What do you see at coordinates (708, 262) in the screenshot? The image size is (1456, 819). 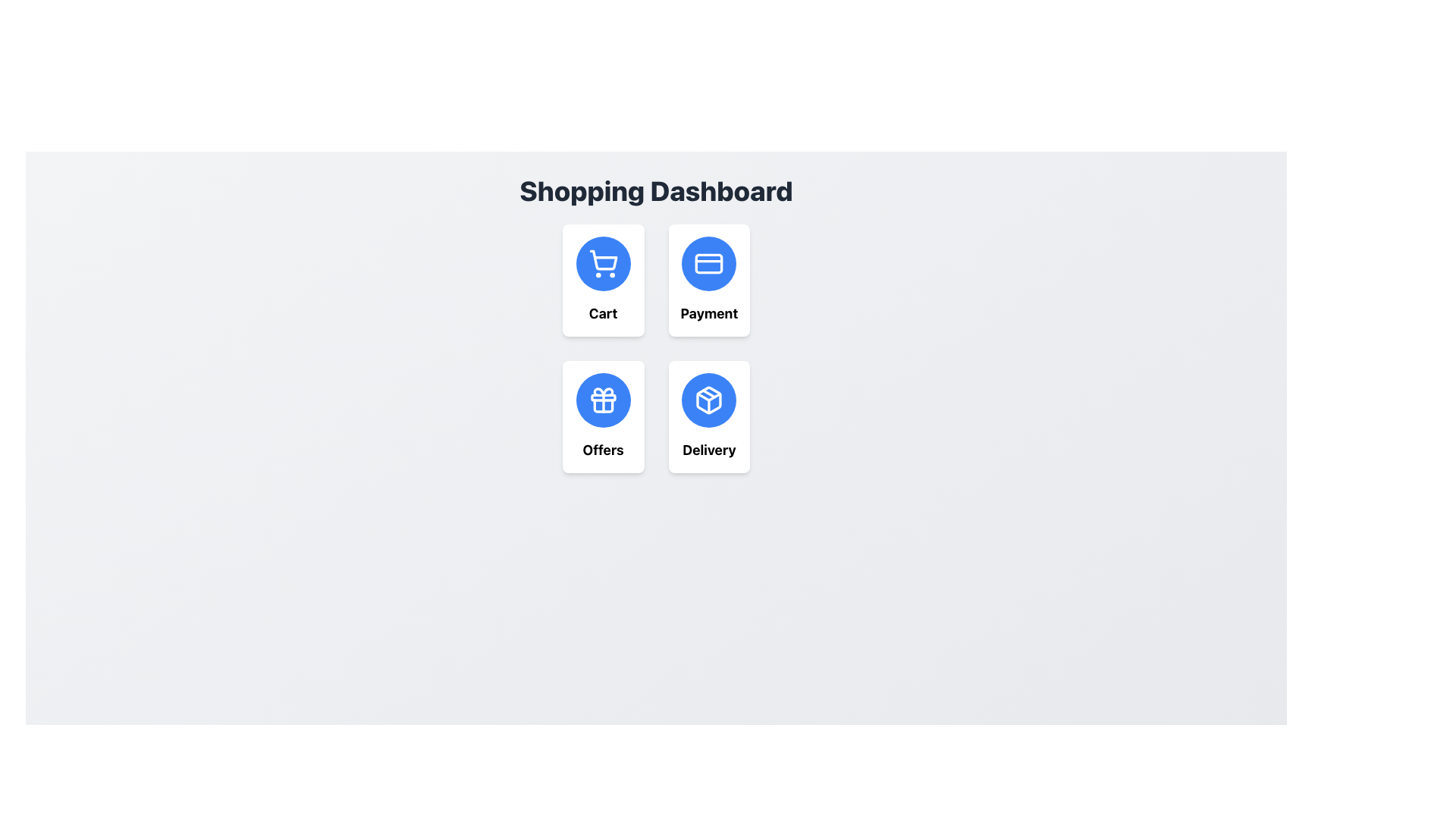 I see `the body of the credit card graphic within the 'Payment' icon, which is the second button in the top row of the four-icon grid layout` at bounding box center [708, 262].